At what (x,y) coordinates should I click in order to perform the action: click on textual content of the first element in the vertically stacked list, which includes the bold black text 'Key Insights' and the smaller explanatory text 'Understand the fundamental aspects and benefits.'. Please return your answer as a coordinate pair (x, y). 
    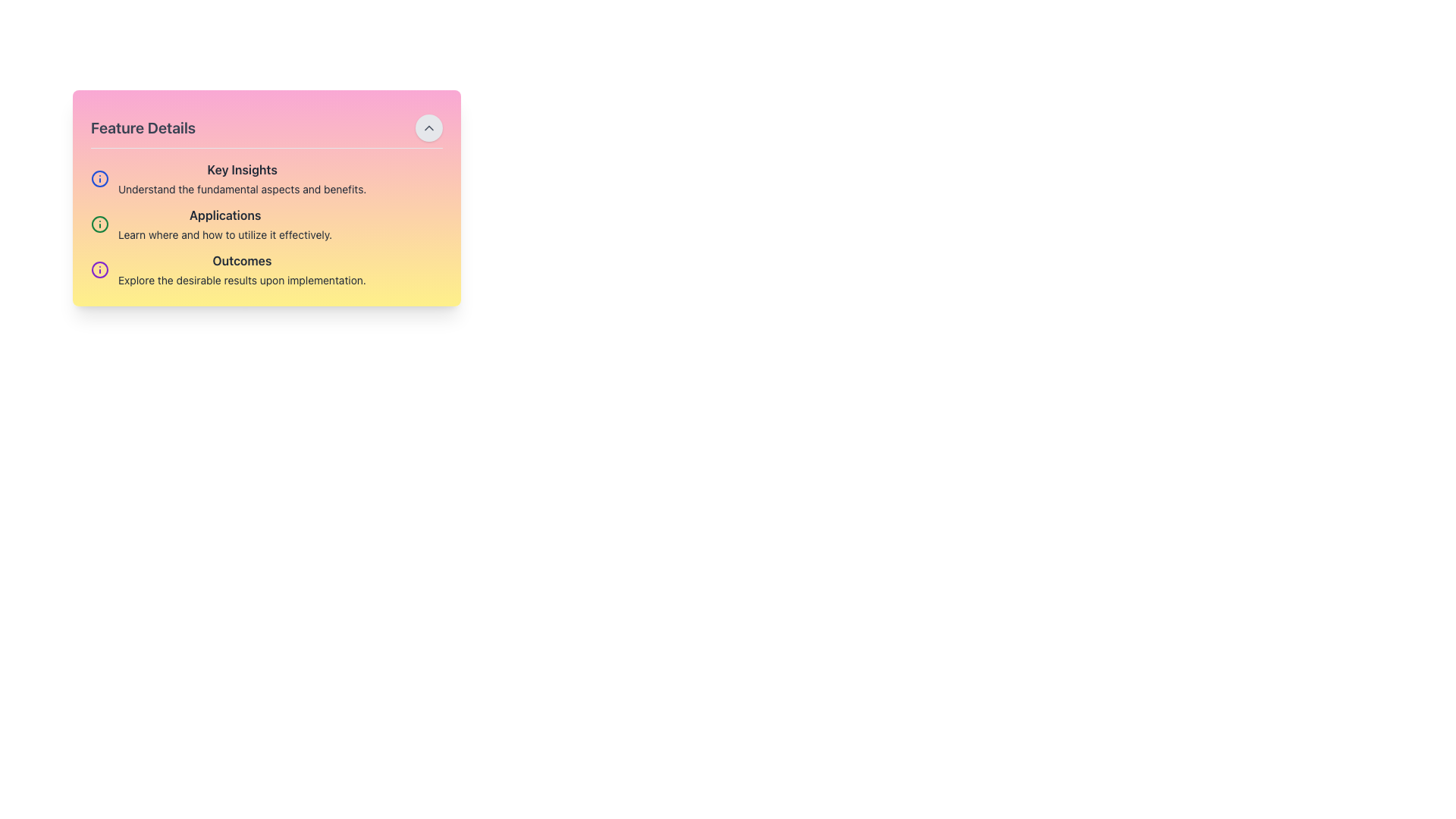
    Looking at the image, I should click on (266, 177).